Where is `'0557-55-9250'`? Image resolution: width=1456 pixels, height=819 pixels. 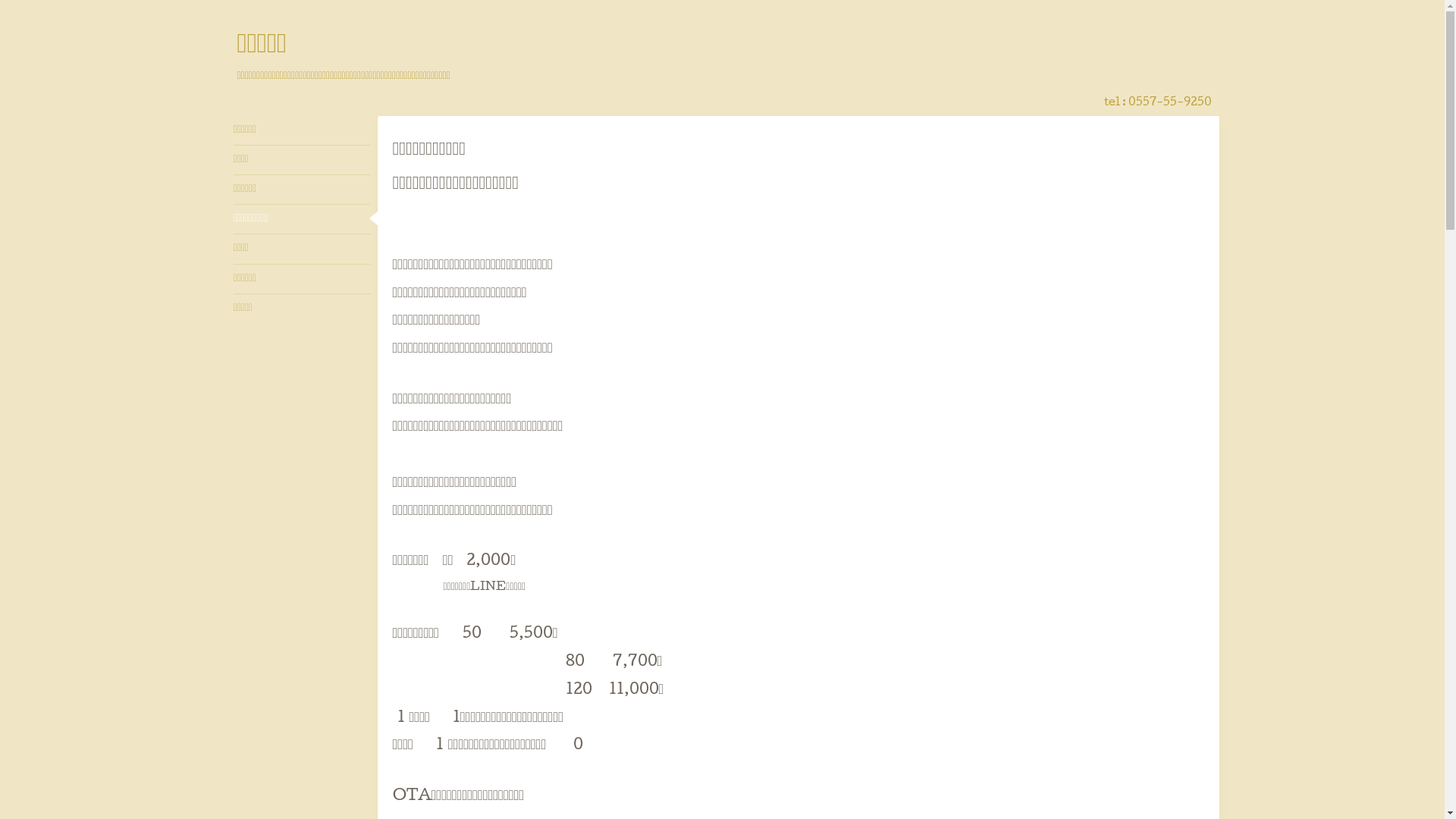
'0557-55-9250' is located at coordinates (1169, 102).